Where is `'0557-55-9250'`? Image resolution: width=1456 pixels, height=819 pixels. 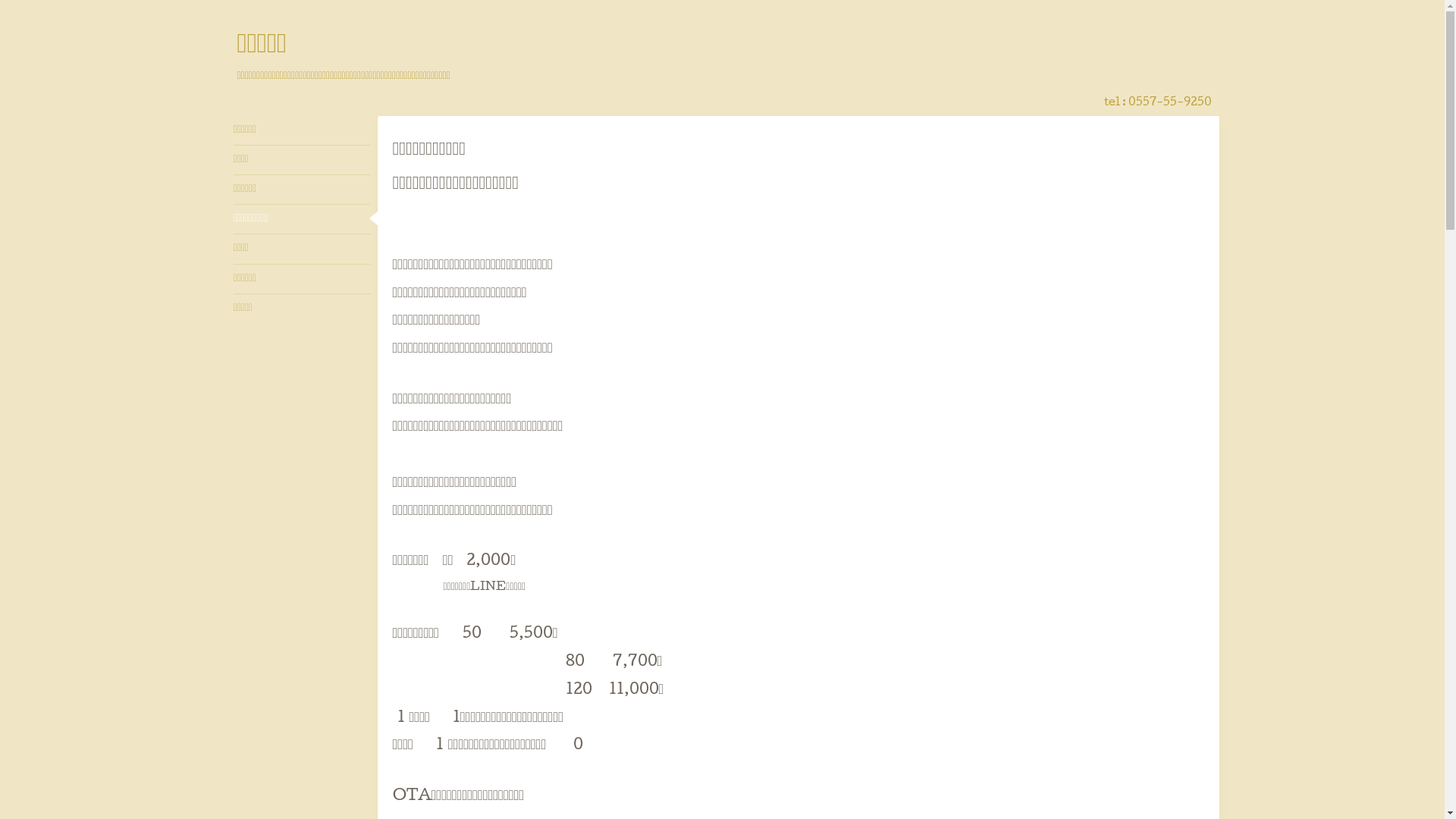
'0557-55-9250' is located at coordinates (1169, 102).